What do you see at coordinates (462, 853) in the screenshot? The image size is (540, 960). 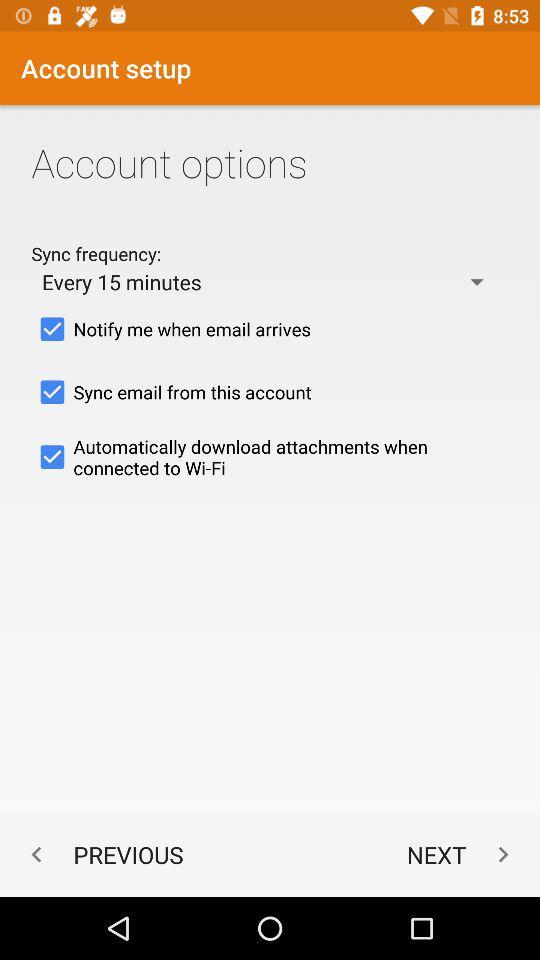 I see `icon to the right of the previous app` at bounding box center [462, 853].